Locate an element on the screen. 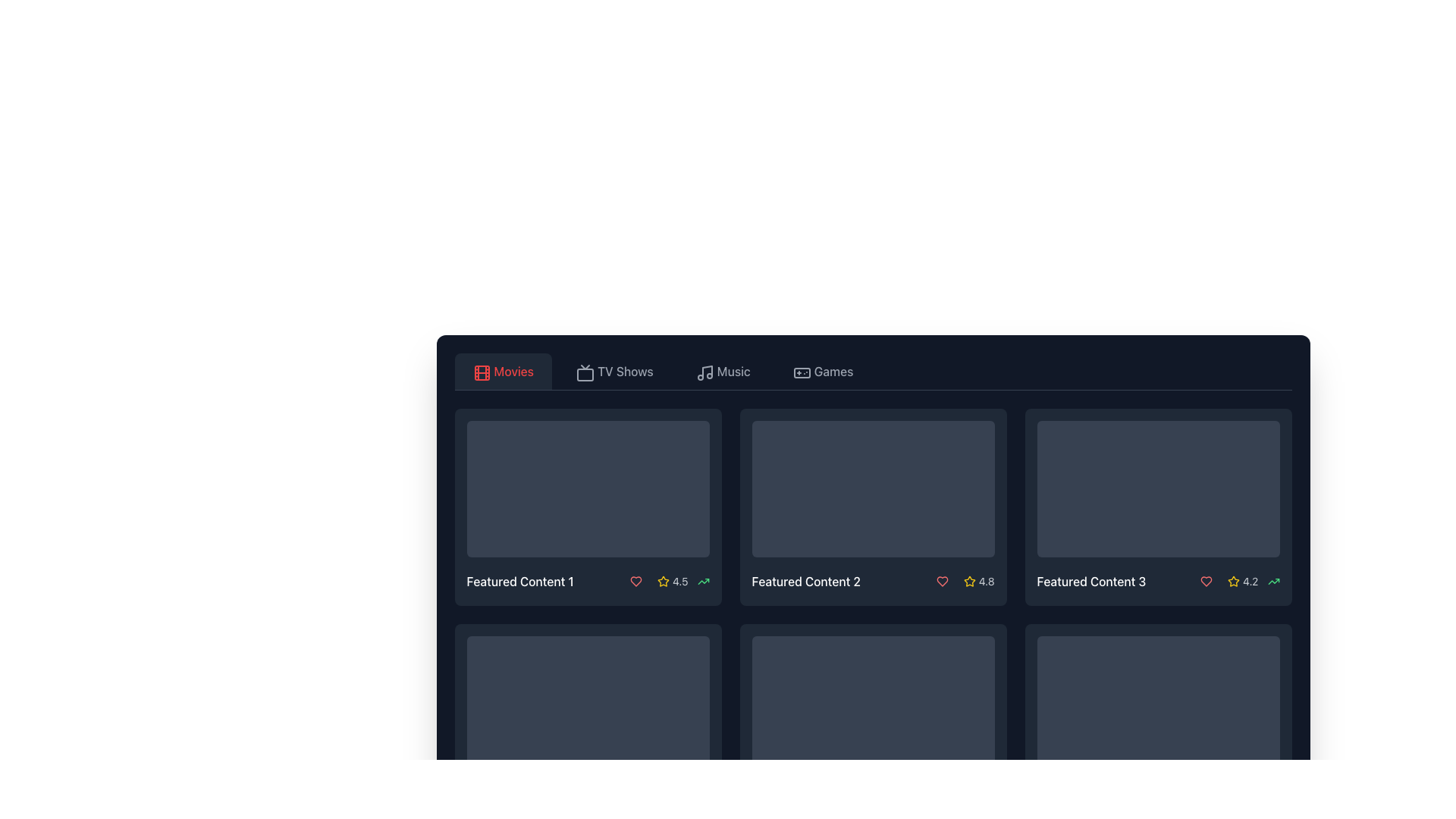  the text label displaying the numerical rating score located in the bottom-right area of the 'Featured Content 1' card, next to the yellow star icon is located at coordinates (679, 581).